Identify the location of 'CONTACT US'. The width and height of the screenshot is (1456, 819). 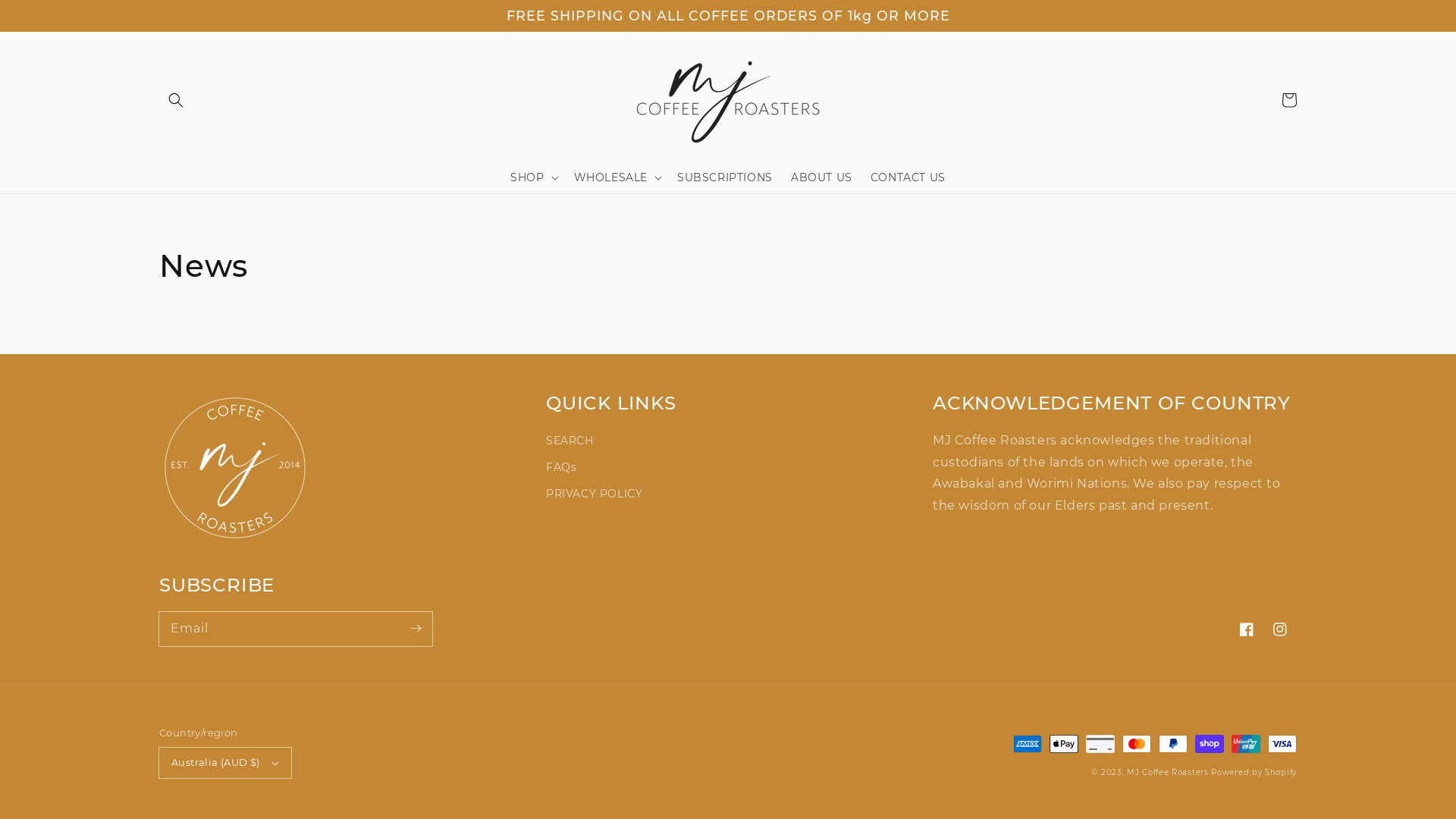
(908, 177).